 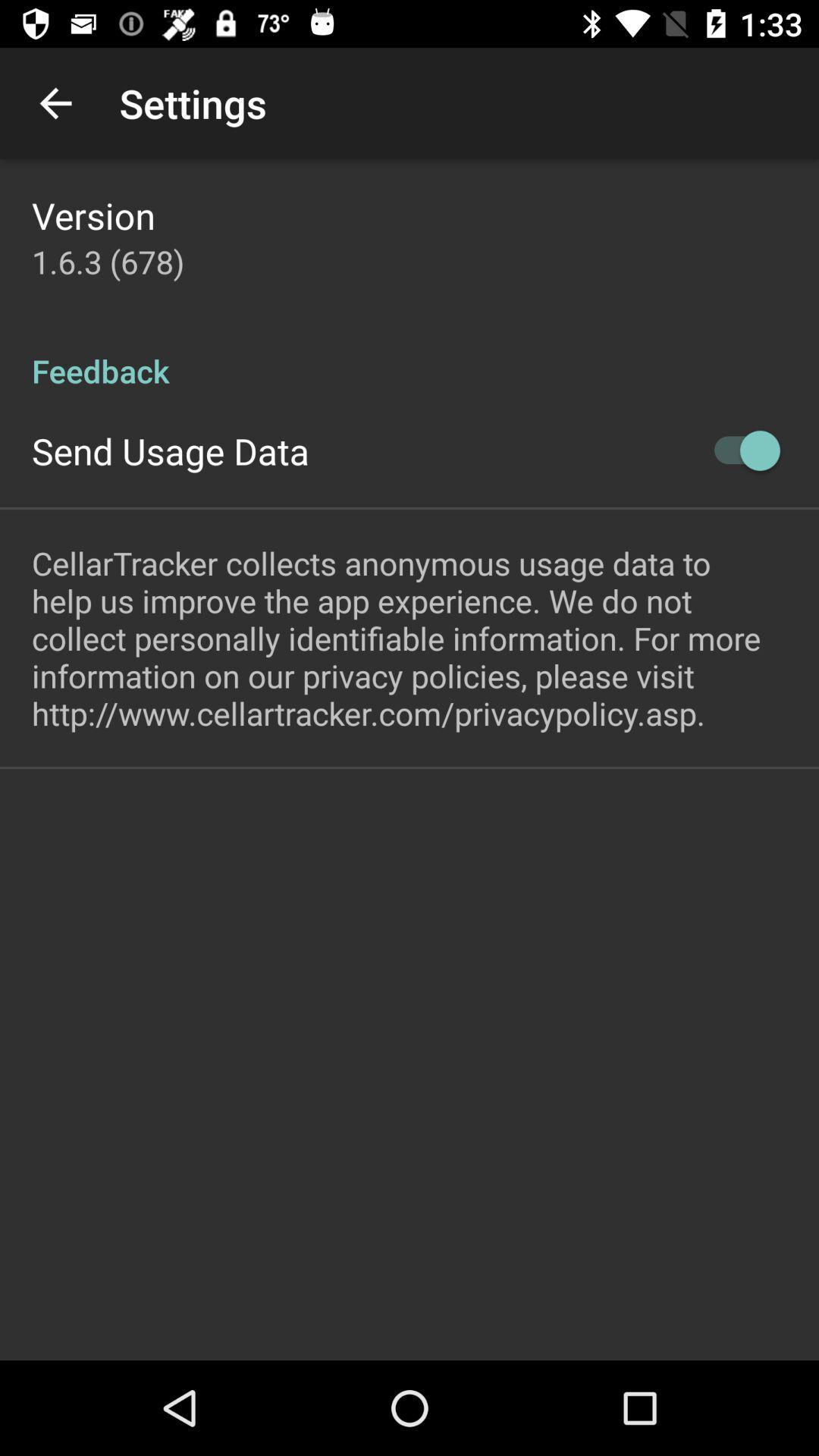 I want to click on cellartracker collects anonymous icon, so click(x=409, y=638).